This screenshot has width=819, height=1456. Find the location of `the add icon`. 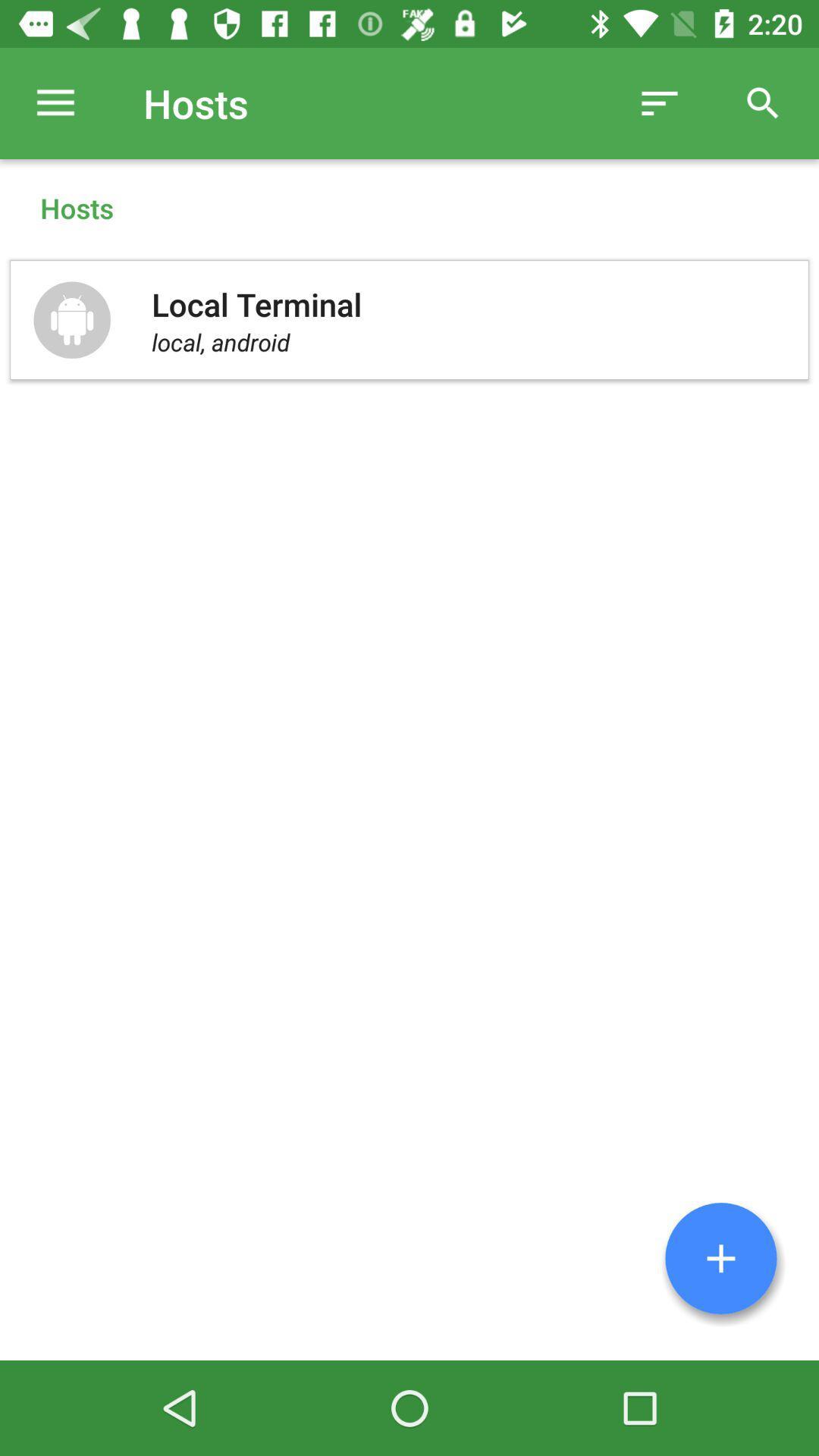

the add icon is located at coordinates (720, 1258).